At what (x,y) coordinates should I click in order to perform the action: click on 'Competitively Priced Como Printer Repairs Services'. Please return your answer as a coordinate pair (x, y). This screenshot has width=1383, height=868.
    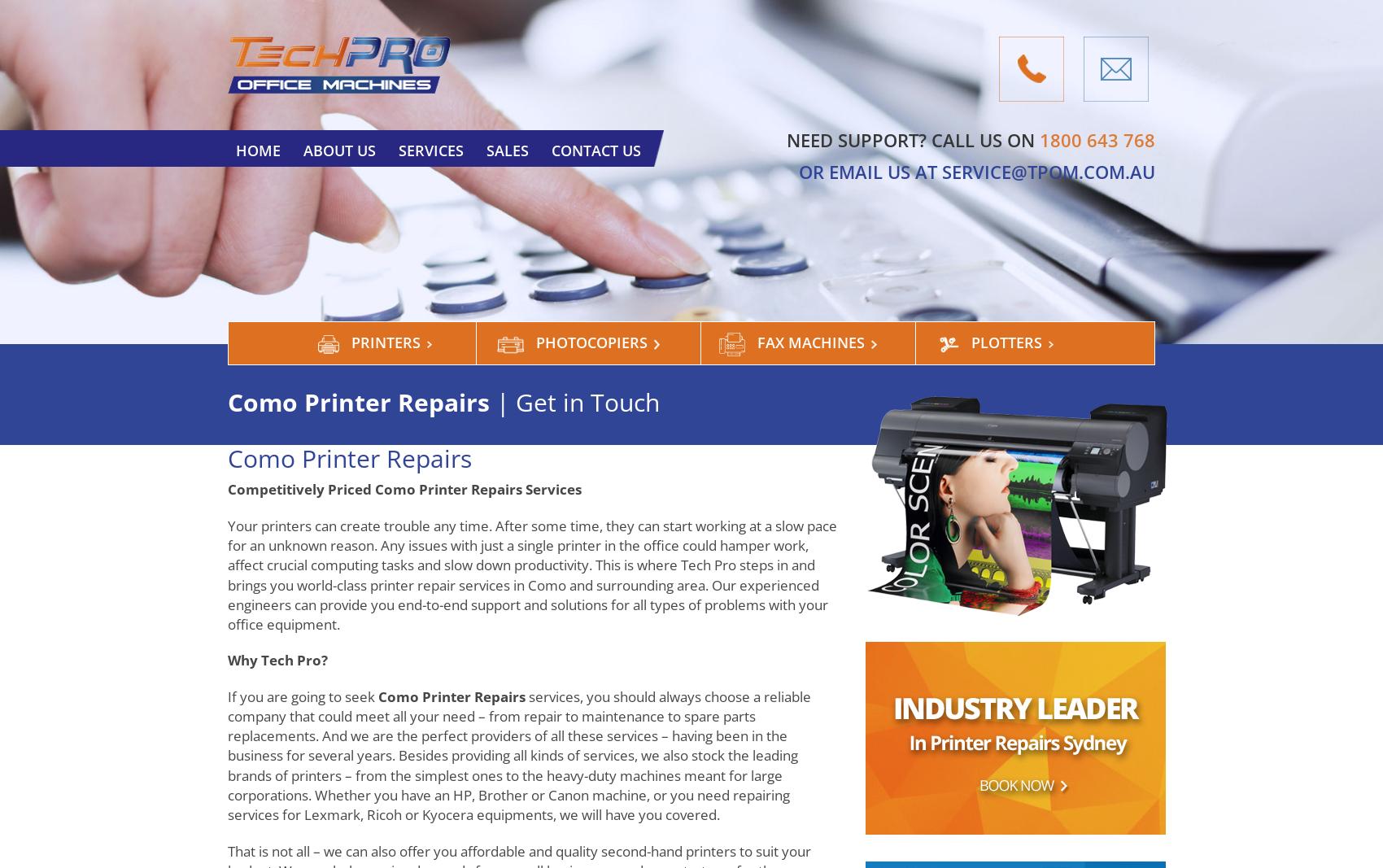
    Looking at the image, I should click on (404, 489).